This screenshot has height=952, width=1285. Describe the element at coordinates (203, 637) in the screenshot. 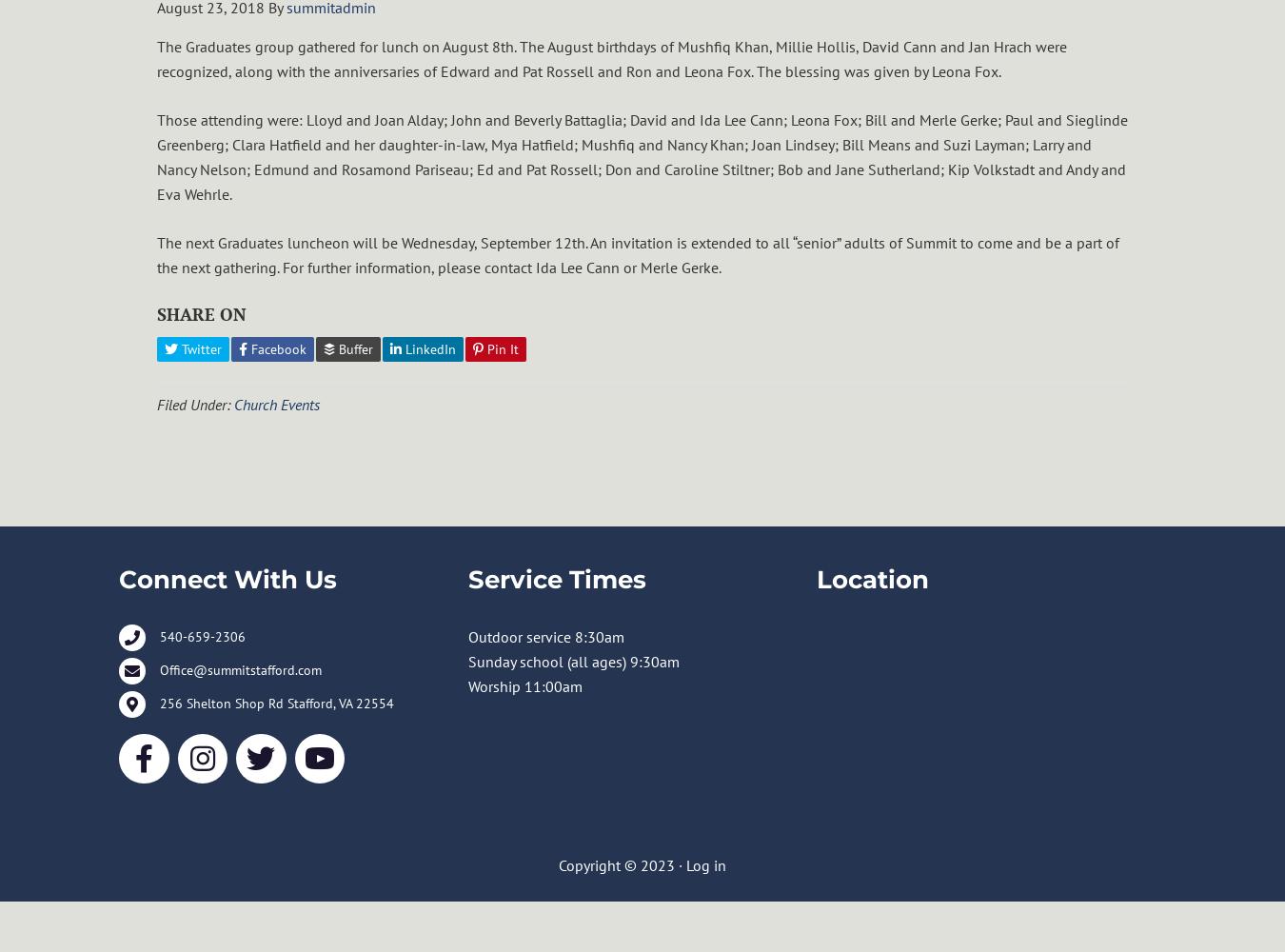

I see `'540-659-2306'` at that location.